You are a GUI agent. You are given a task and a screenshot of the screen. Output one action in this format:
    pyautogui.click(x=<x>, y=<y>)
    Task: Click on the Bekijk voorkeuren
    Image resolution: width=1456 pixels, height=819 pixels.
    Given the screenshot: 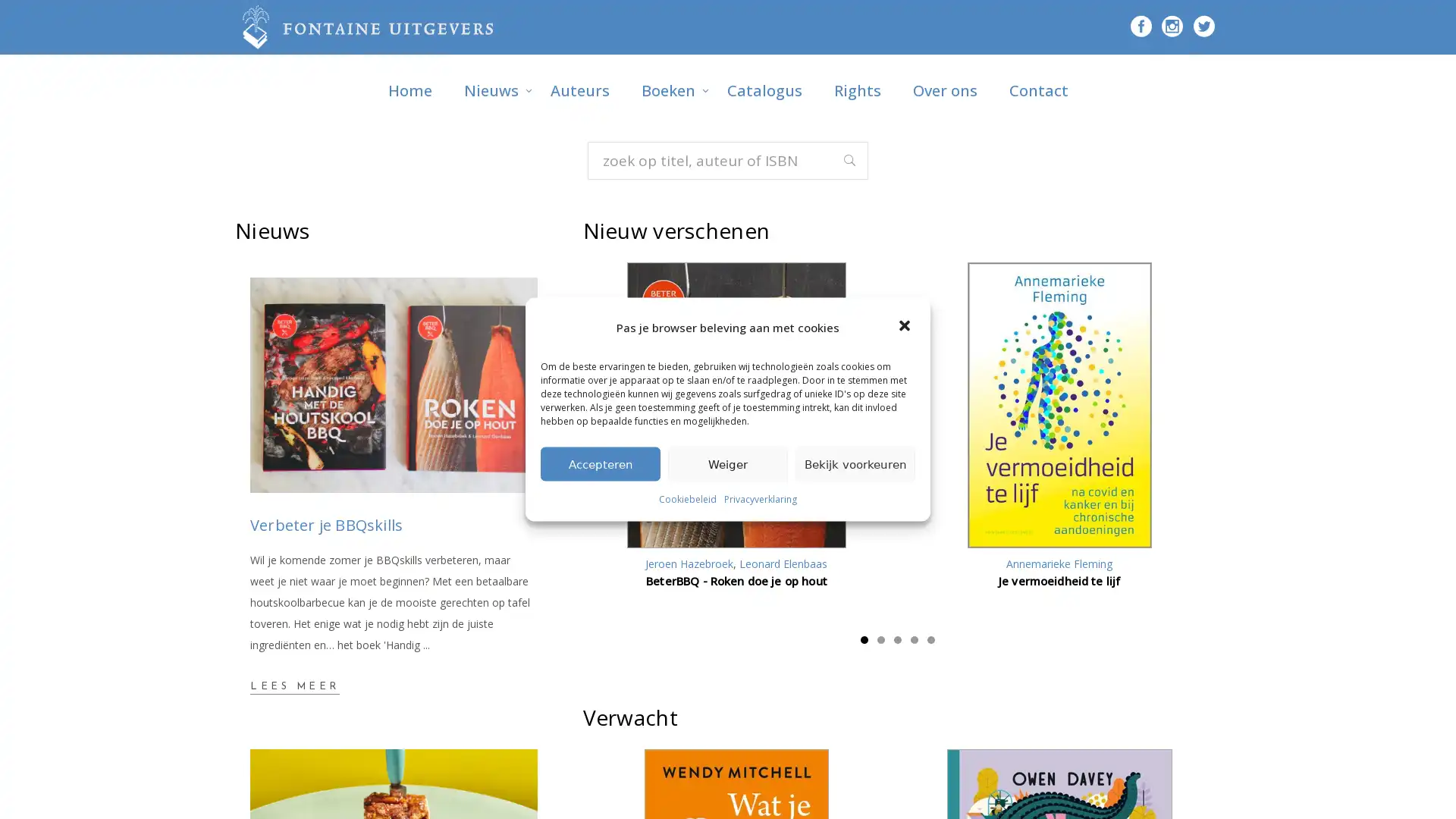 What is the action you would take?
    pyautogui.click(x=855, y=463)
    